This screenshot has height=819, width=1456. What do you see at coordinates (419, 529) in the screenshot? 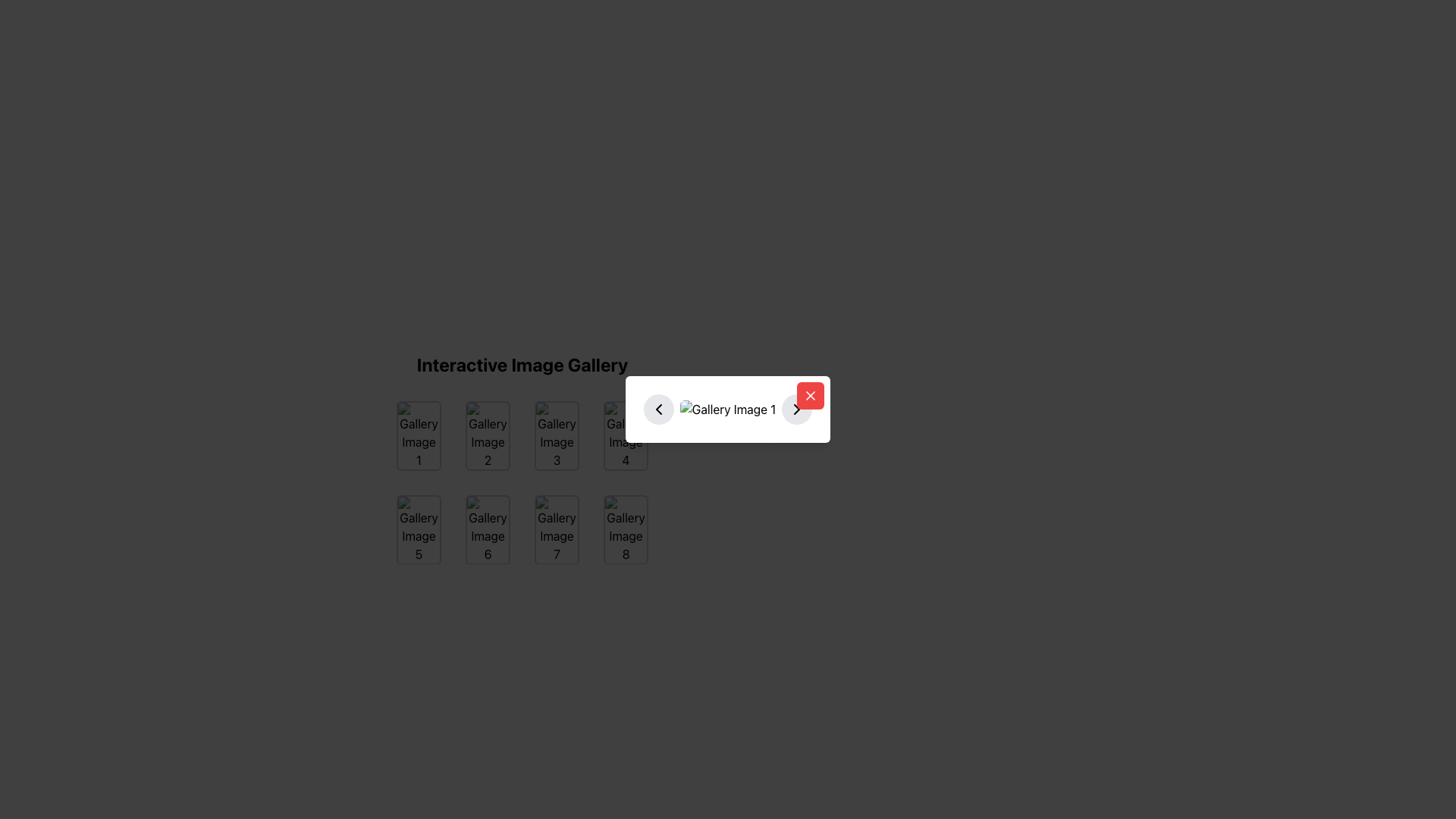
I see `the image thumbnail located in the leftmost column of the second row under 'Interactive Image Gallery'` at bounding box center [419, 529].